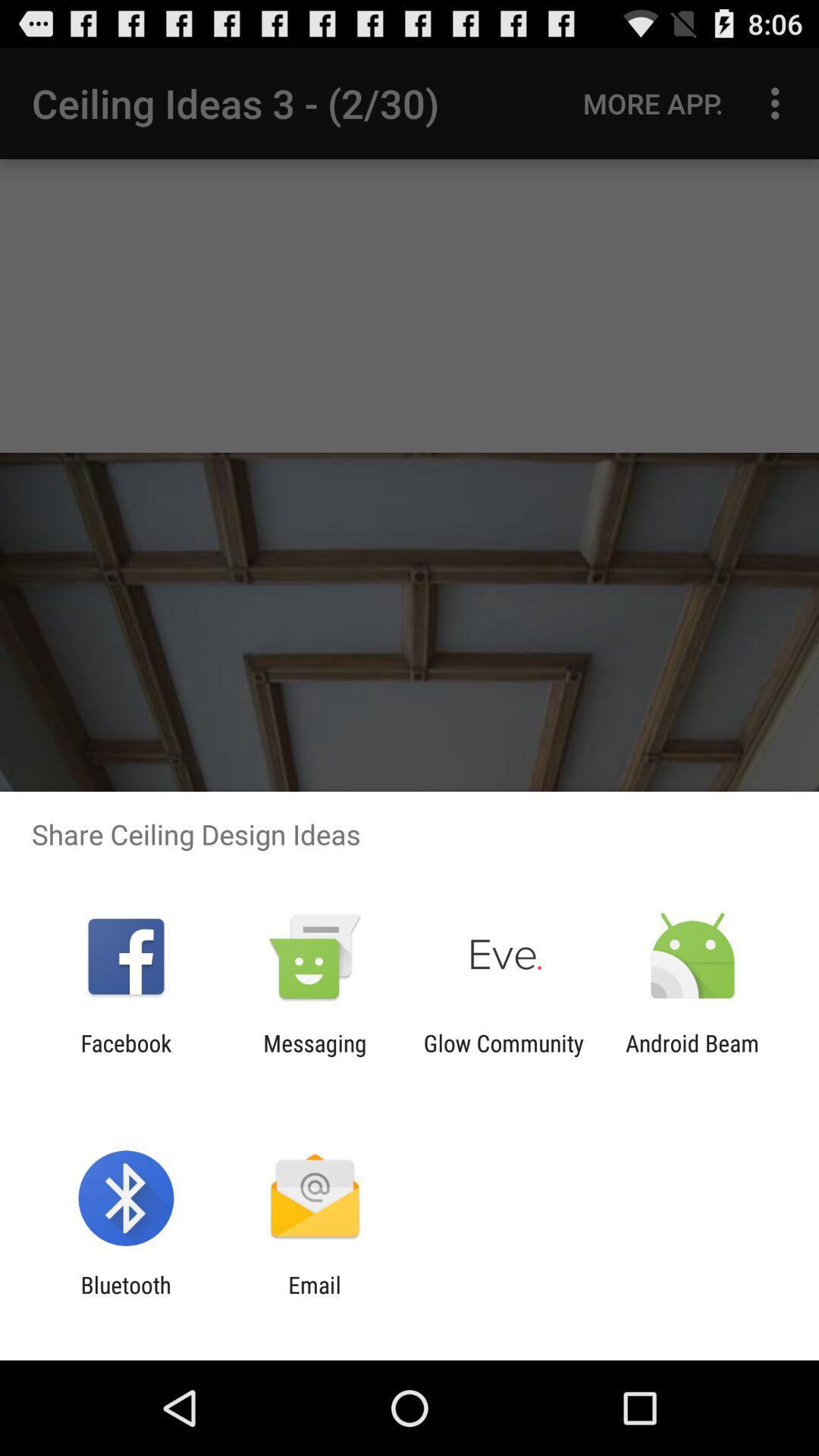 The height and width of the screenshot is (1456, 819). What do you see at coordinates (125, 1298) in the screenshot?
I see `app to the left of the email` at bounding box center [125, 1298].